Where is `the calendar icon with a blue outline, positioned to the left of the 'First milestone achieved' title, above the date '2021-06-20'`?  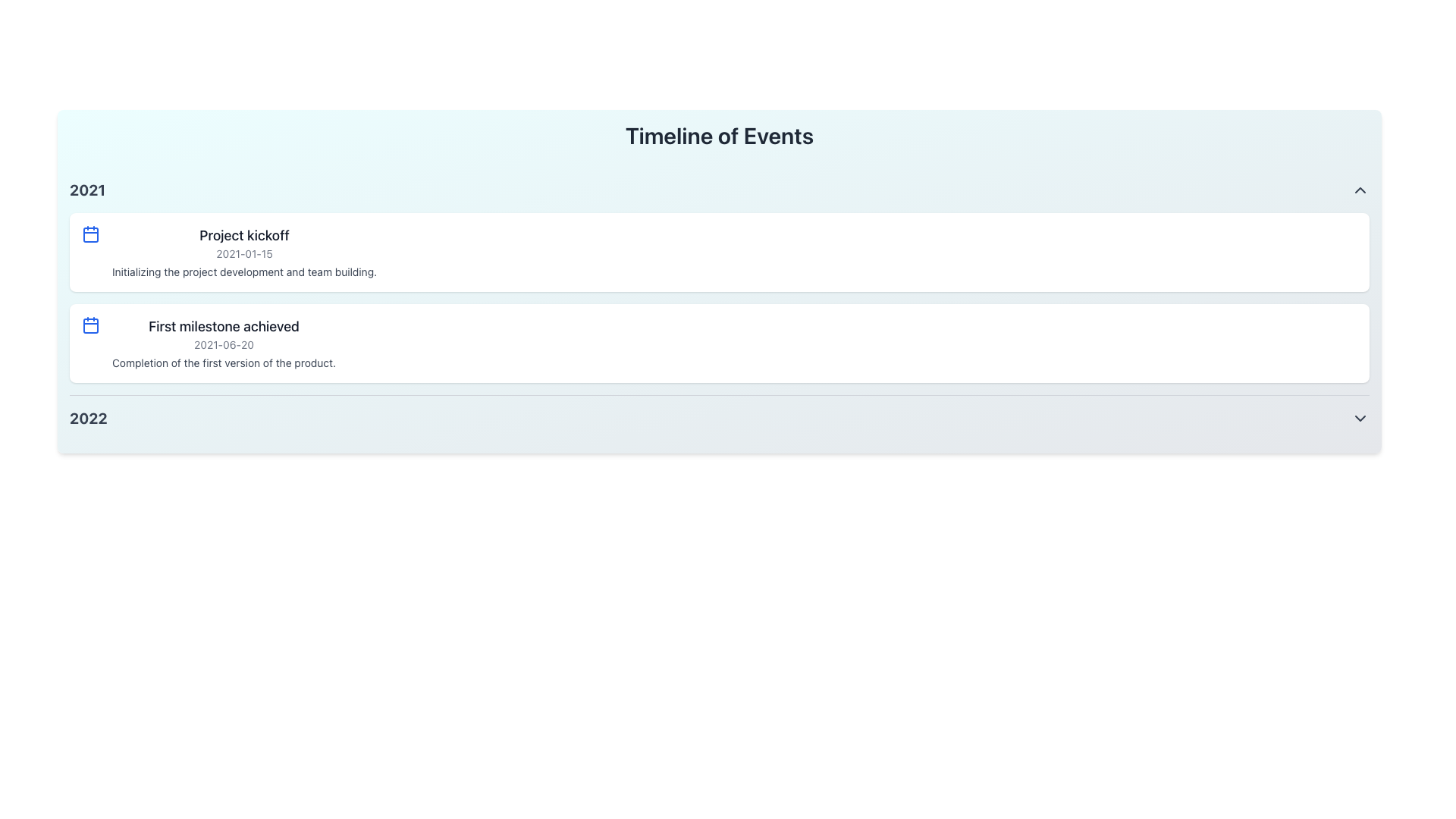 the calendar icon with a blue outline, positioned to the left of the 'First milestone achieved' title, above the date '2021-06-20' is located at coordinates (90, 324).